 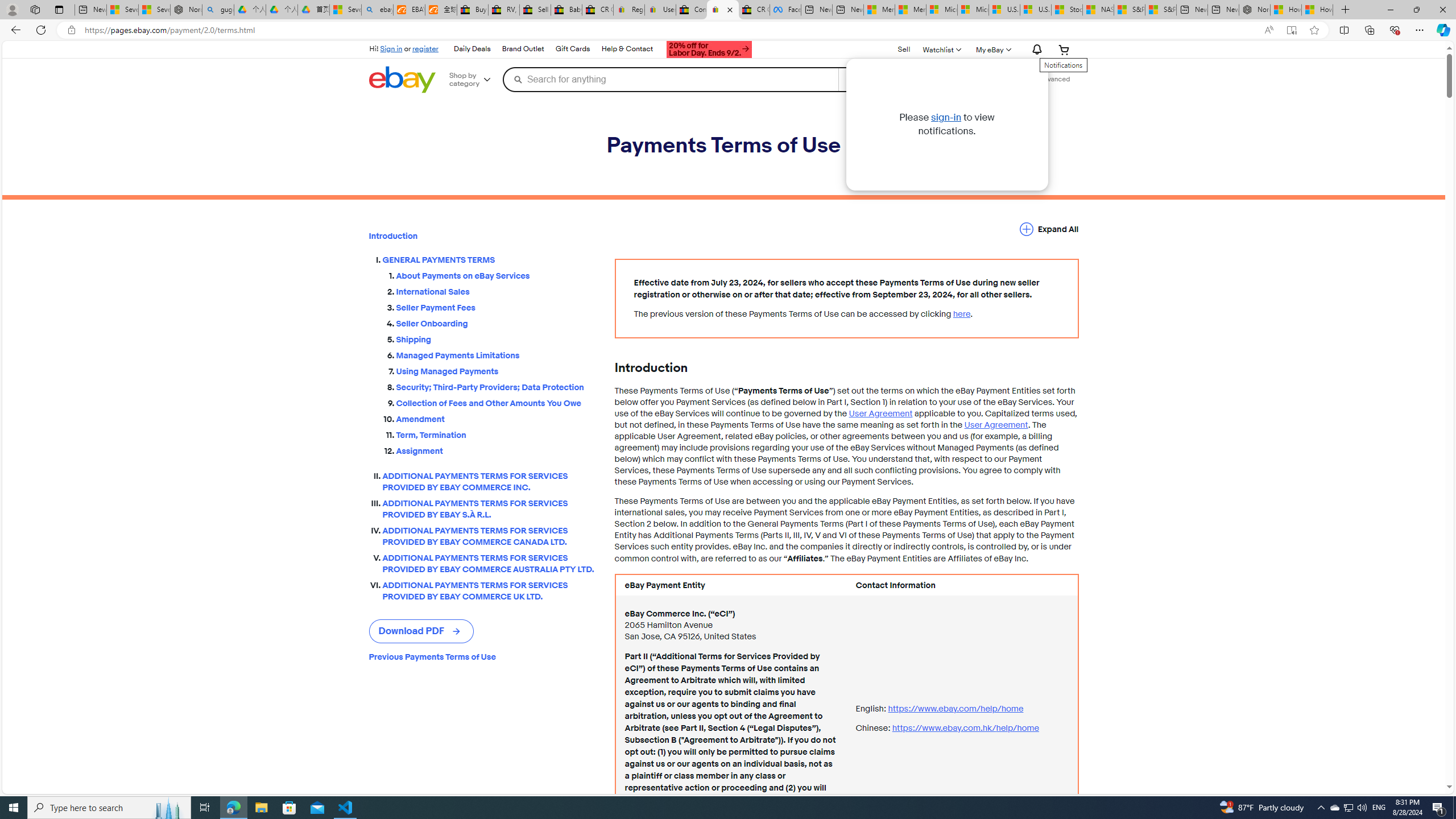 What do you see at coordinates (503, 9) in the screenshot?
I see `'RV, Trailer & Camper Steps & Ladders for sale | eBay'` at bounding box center [503, 9].